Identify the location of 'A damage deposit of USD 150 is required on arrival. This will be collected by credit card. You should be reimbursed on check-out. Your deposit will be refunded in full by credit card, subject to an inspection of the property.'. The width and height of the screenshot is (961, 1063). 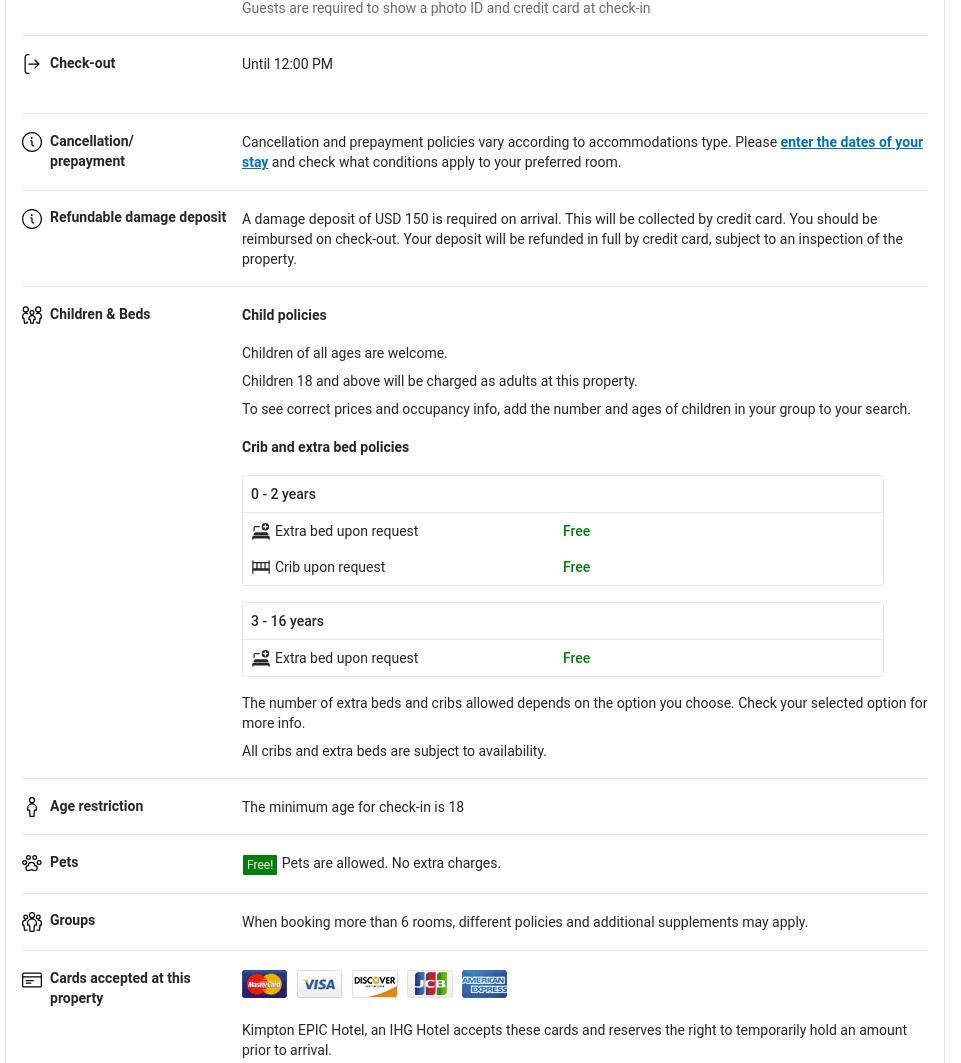
(570, 238).